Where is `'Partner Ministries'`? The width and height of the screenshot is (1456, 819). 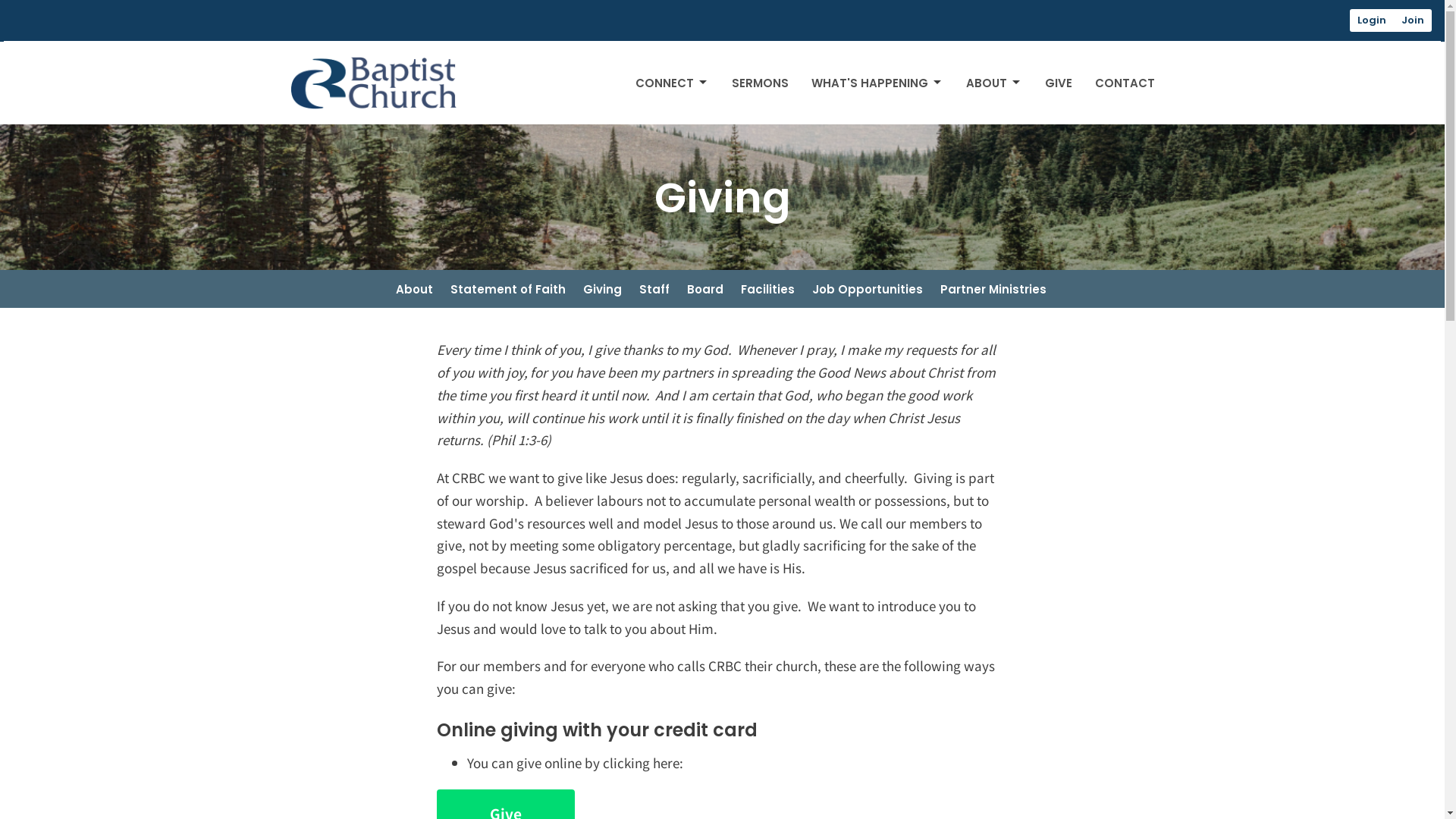 'Partner Ministries' is located at coordinates (993, 289).